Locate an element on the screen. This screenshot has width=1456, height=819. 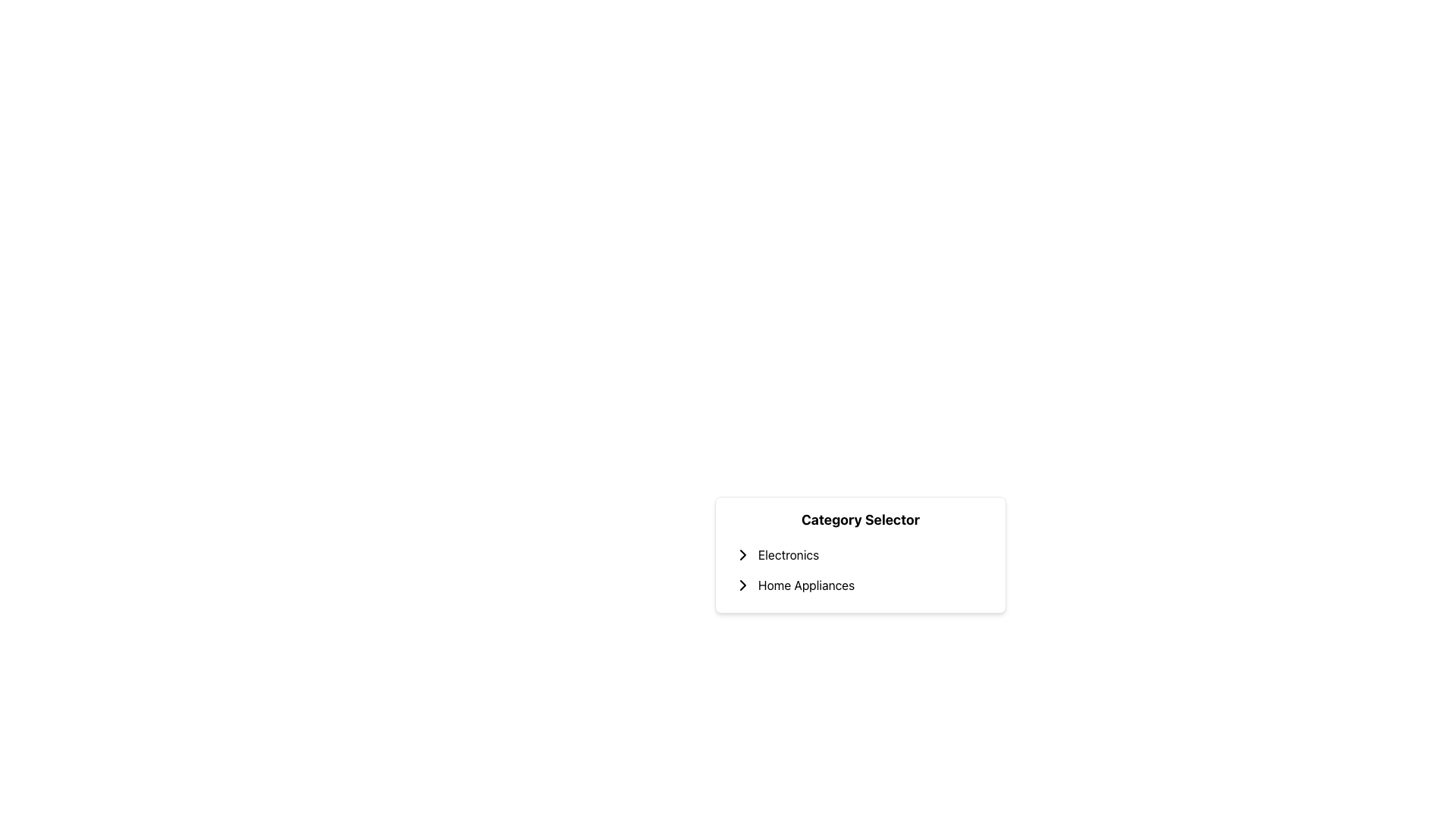
the triangular rightward arrow SVG icon located to the left of the 'Home Appliances' text in the 'Category Selector' to expand the subcategory is located at coordinates (742, 584).